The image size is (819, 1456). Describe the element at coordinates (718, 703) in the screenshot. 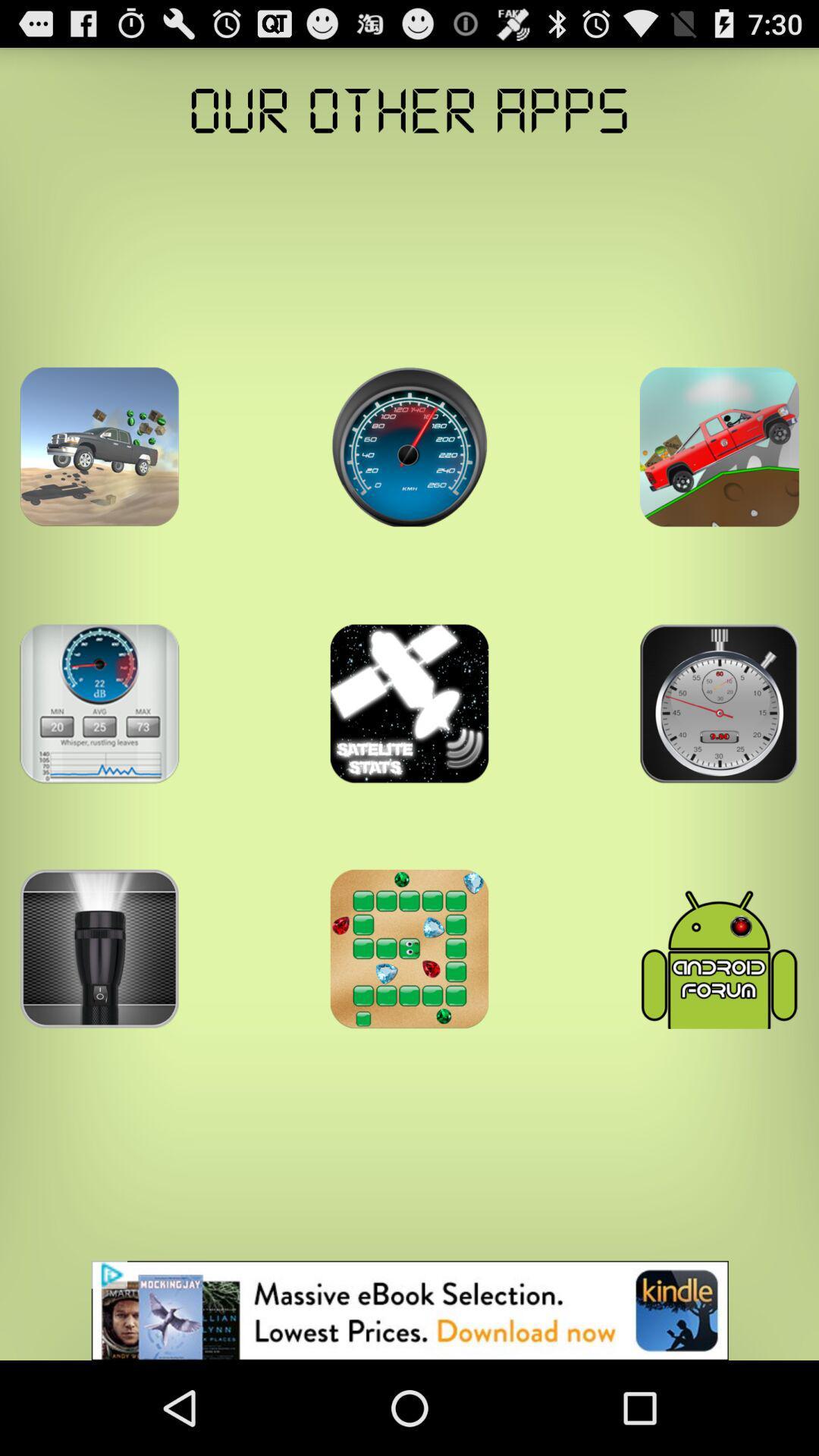

I see `click timer` at that location.